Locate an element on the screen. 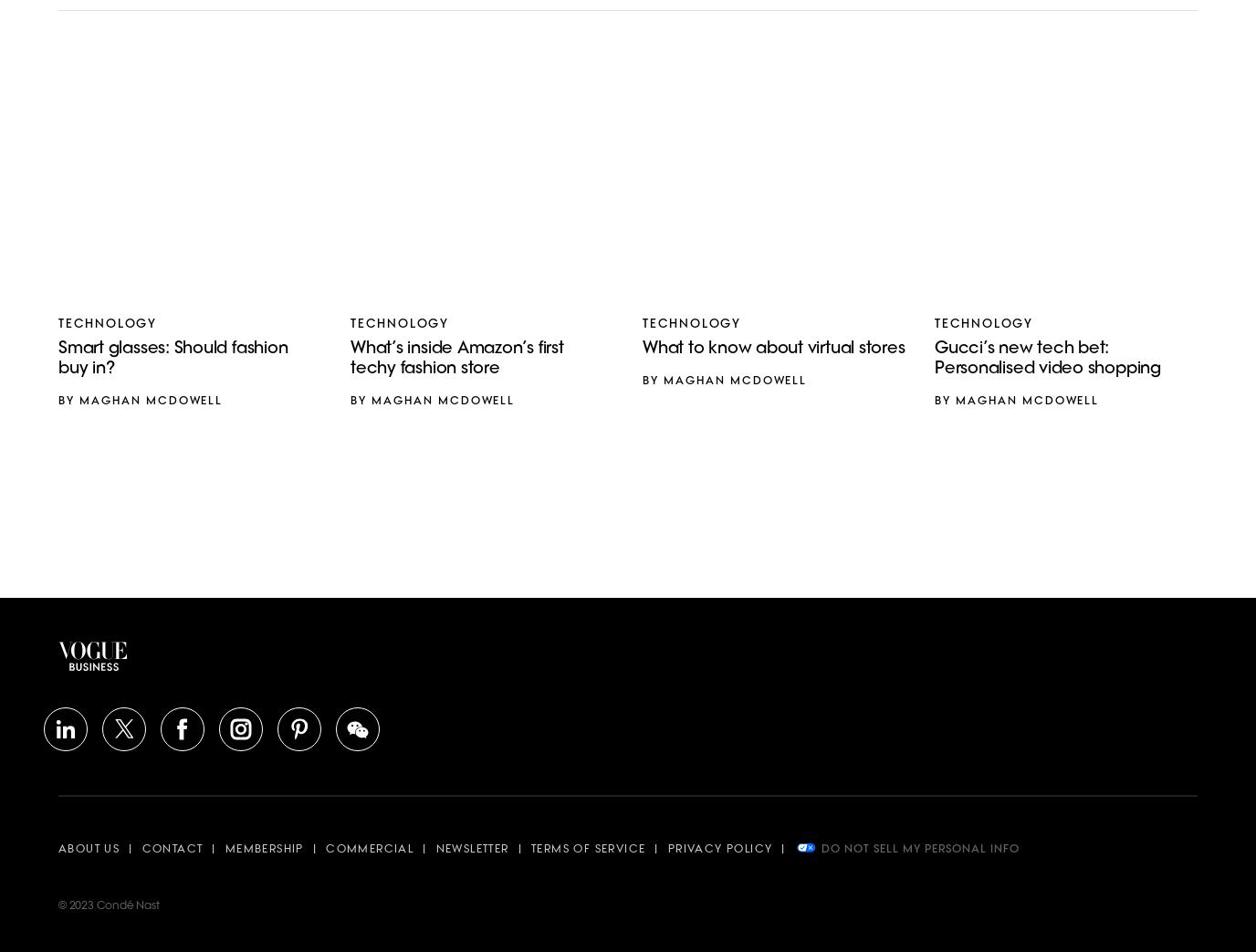  '© 2023 Condé Nast' is located at coordinates (108, 905).